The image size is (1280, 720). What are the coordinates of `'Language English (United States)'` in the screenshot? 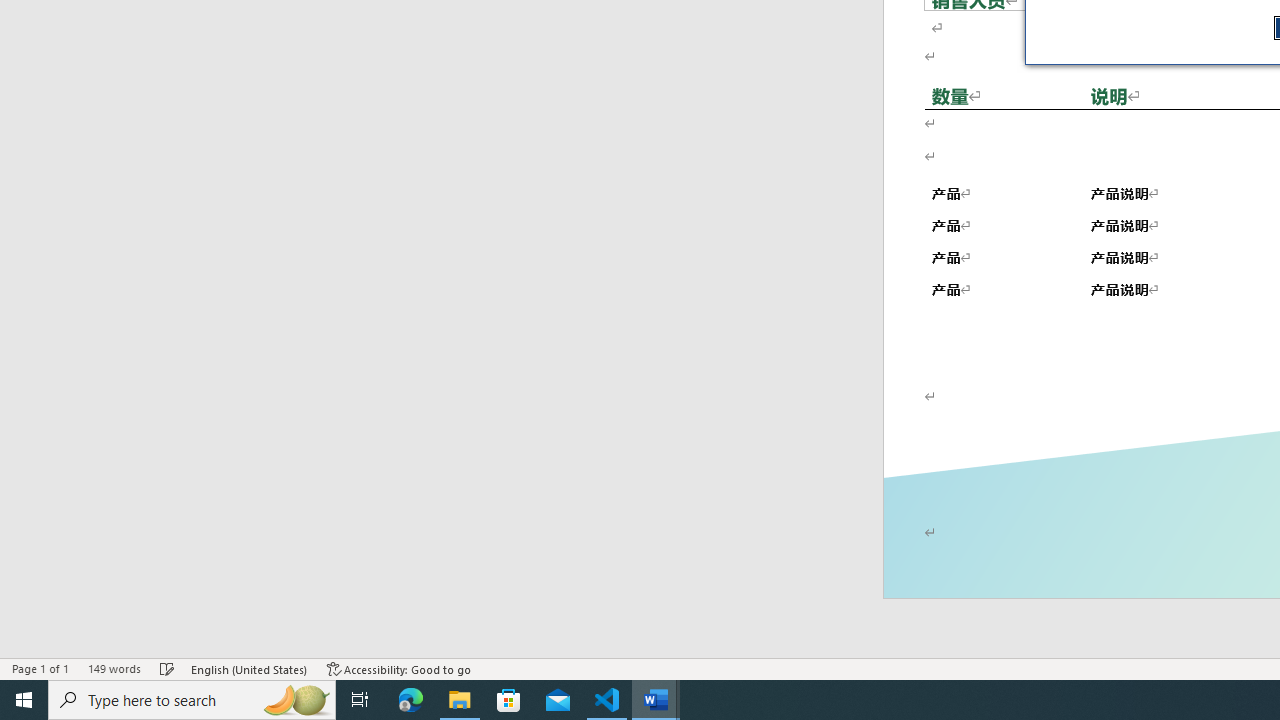 It's located at (249, 669).